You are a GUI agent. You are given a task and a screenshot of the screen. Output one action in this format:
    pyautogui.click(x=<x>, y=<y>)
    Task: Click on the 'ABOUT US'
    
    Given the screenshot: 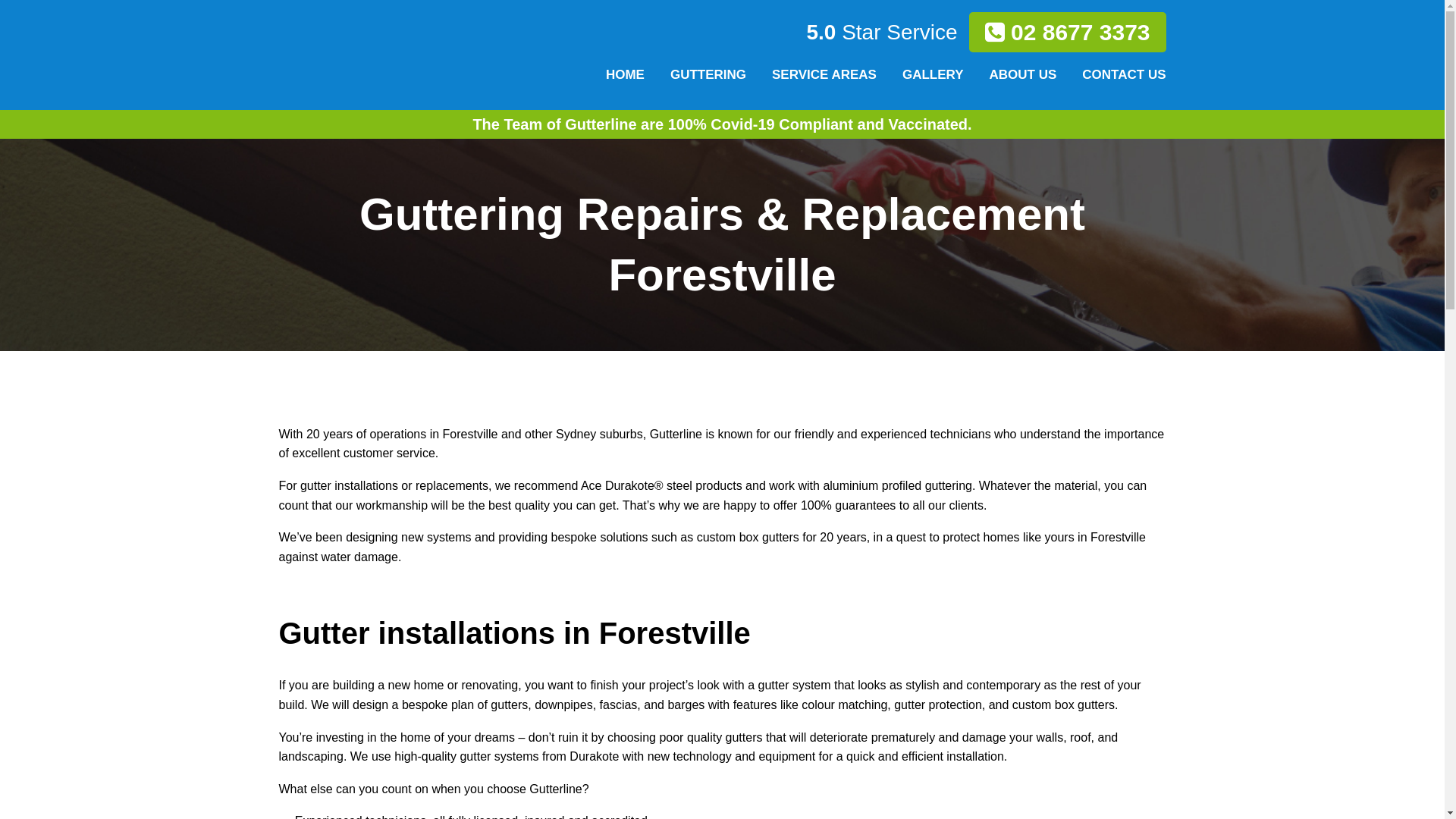 What is the action you would take?
    pyautogui.click(x=1023, y=74)
    